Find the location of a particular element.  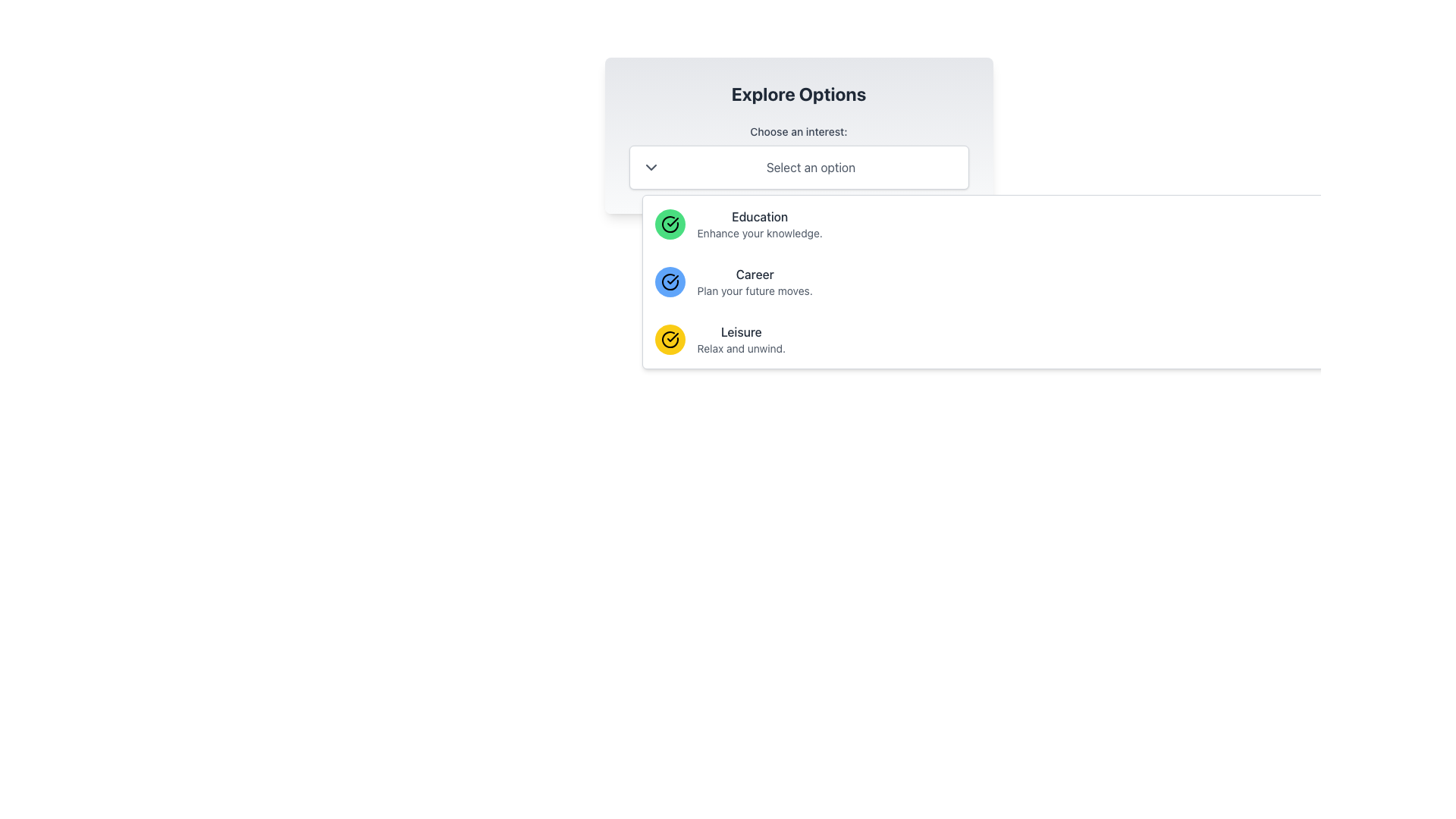

the Education icon, which serves as a visual identifier in the list item aligned with the text 'Education Enhance your knowledge.' is located at coordinates (669, 224).